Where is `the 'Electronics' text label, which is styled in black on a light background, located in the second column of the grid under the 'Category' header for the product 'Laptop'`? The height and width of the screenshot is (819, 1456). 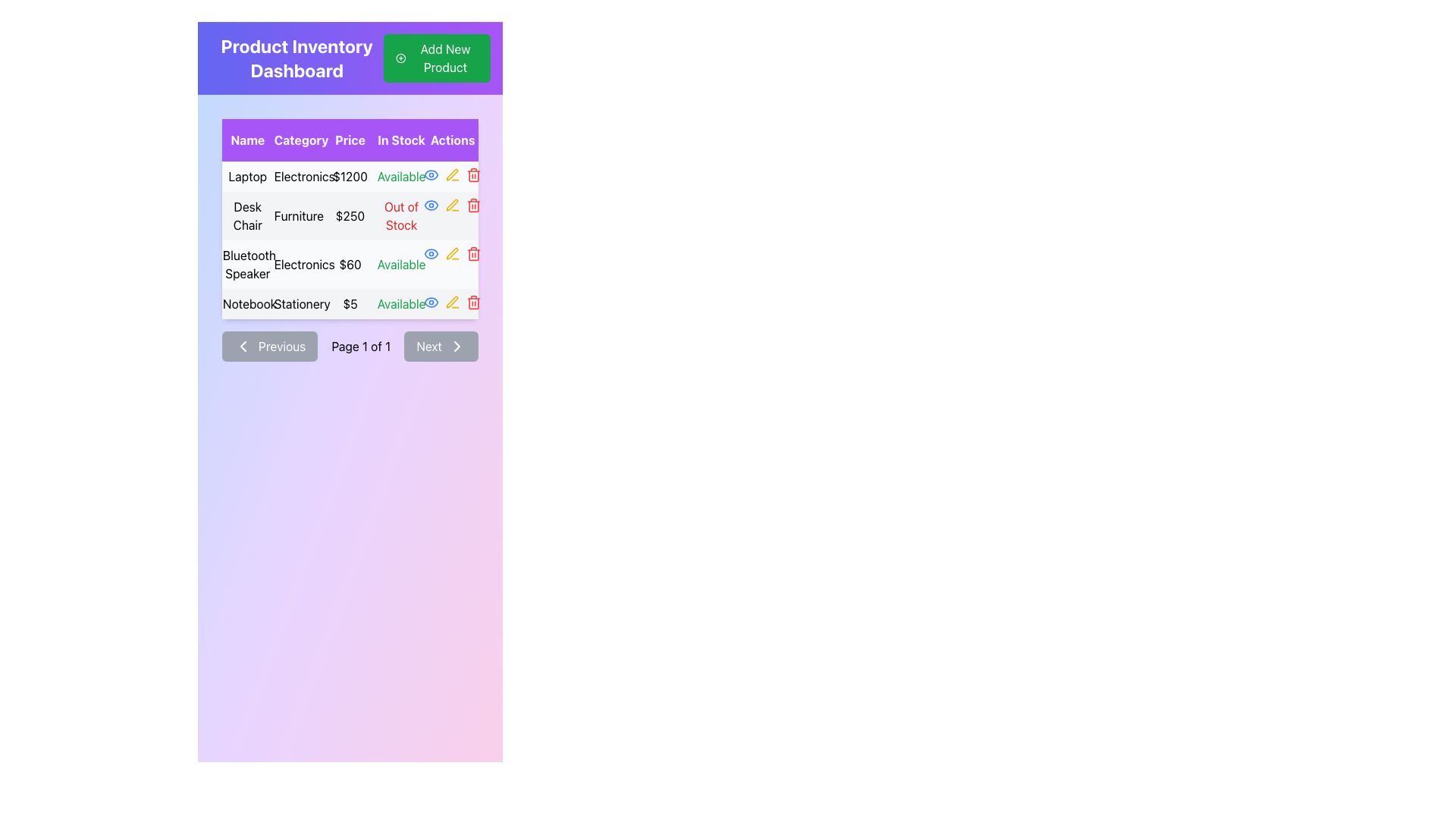
the 'Electronics' text label, which is styled in black on a light background, located in the second column of the grid under the 'Category' header for the product 'Laptop' is located at coordinates (299, 175).